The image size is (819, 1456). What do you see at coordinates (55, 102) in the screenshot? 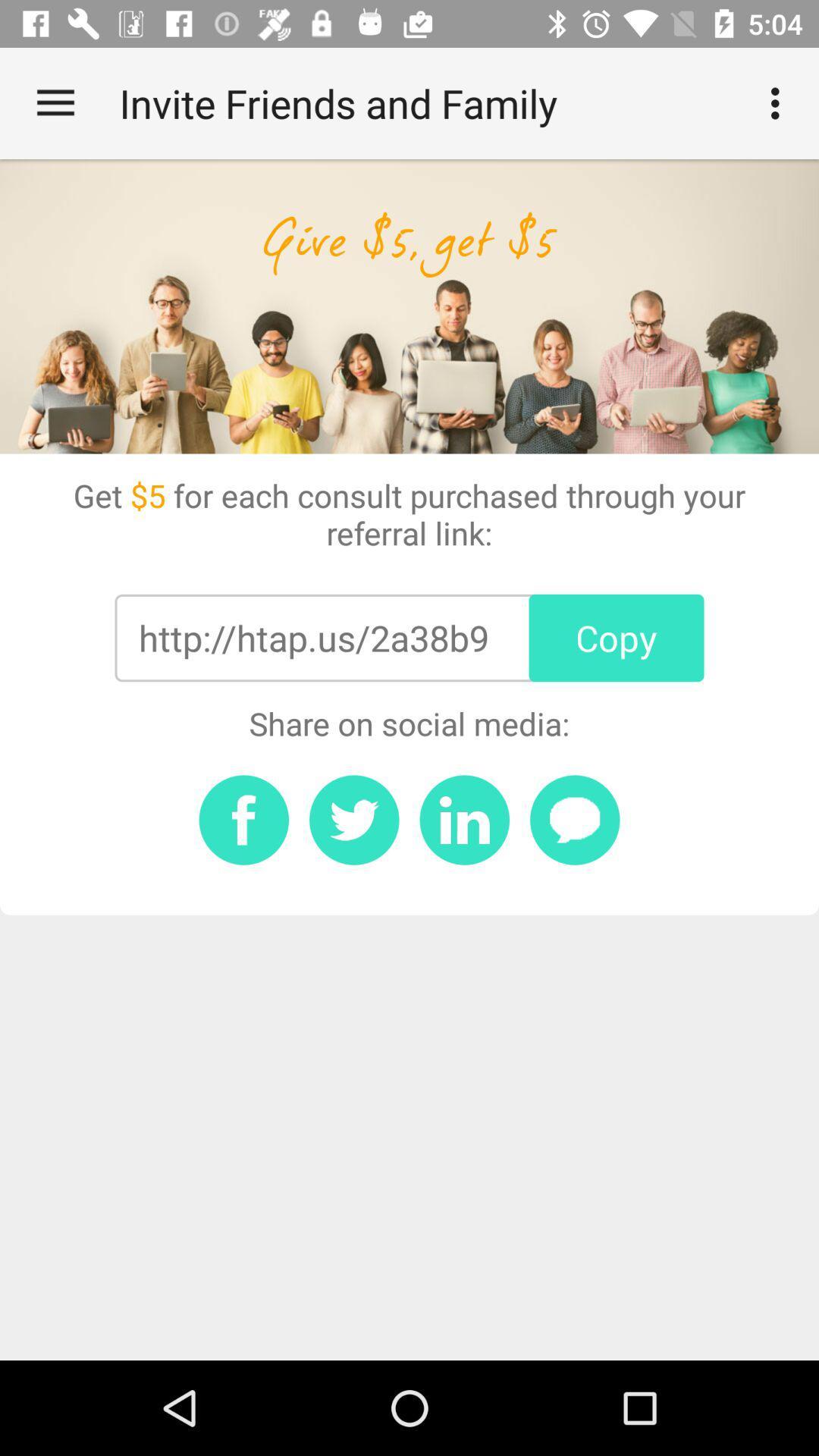
I see `the item at the top left corner` at bounding box center [55, 102].